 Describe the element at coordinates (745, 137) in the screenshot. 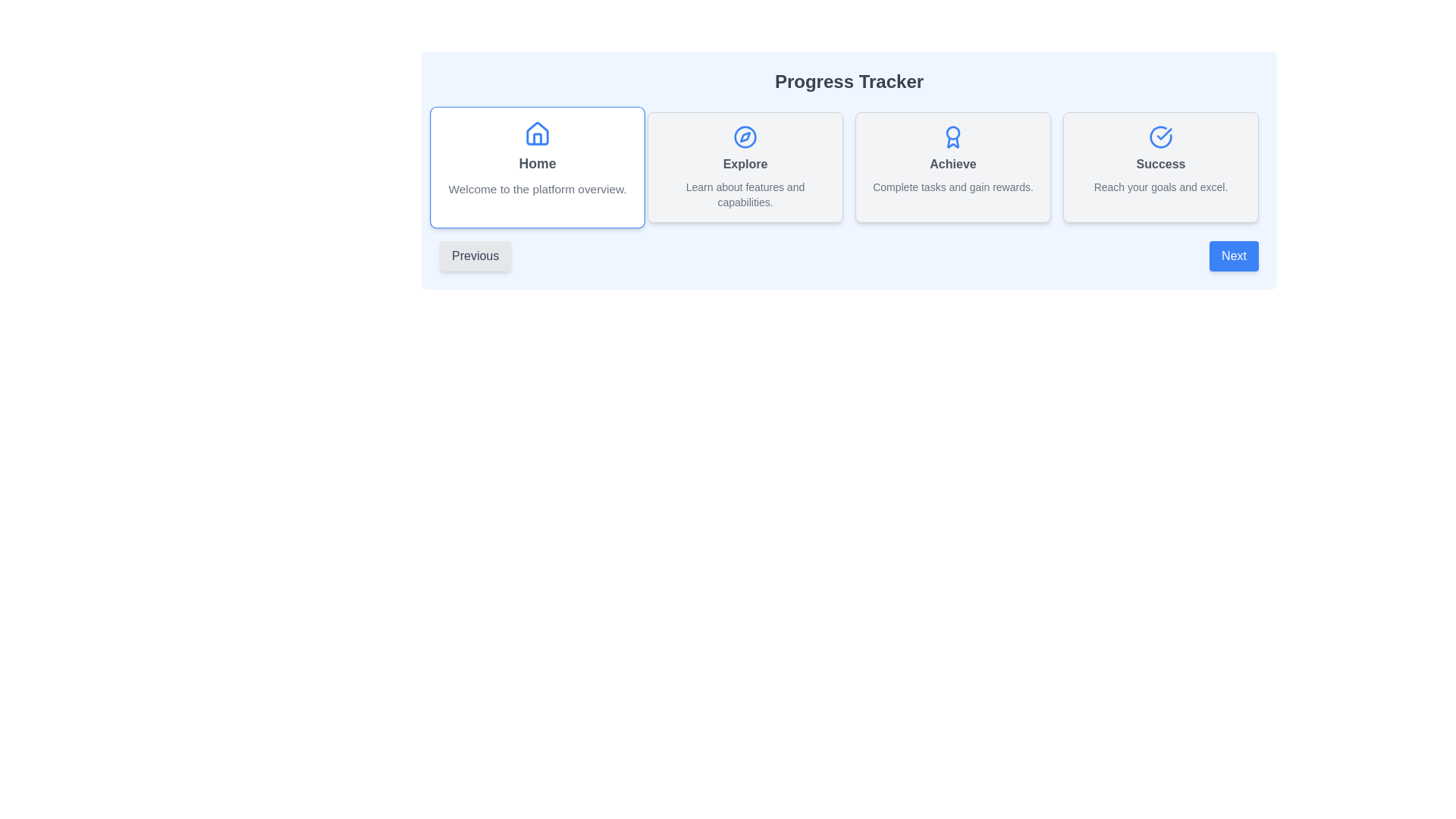

I see `compass needle icon within the 'Explore' card of the 'Progress Tracker' layout for development or debugging purposes` at that location.